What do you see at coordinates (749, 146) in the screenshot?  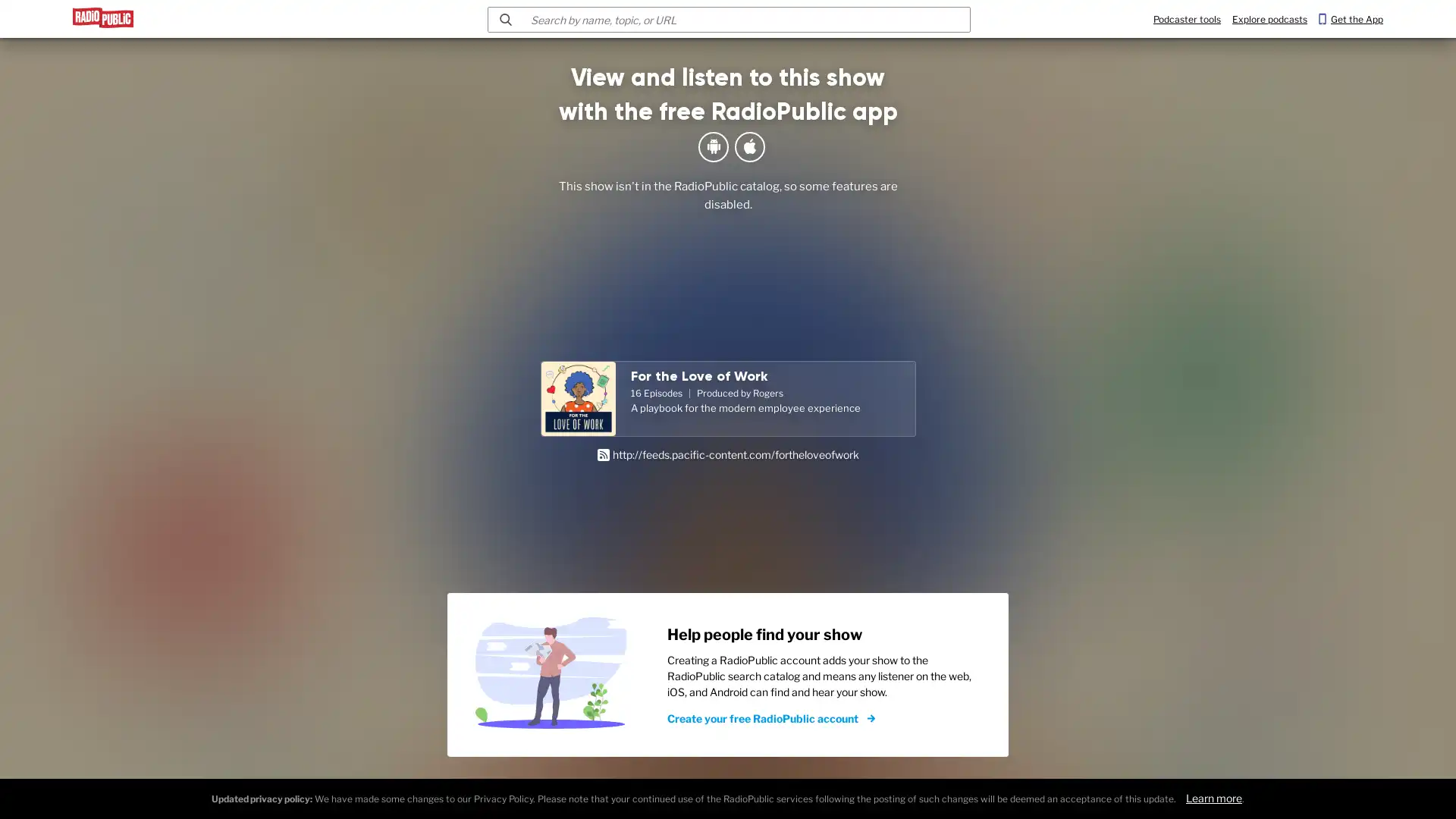 I see `Download RadioPublic for iOS` at bounding box center [749, 146].